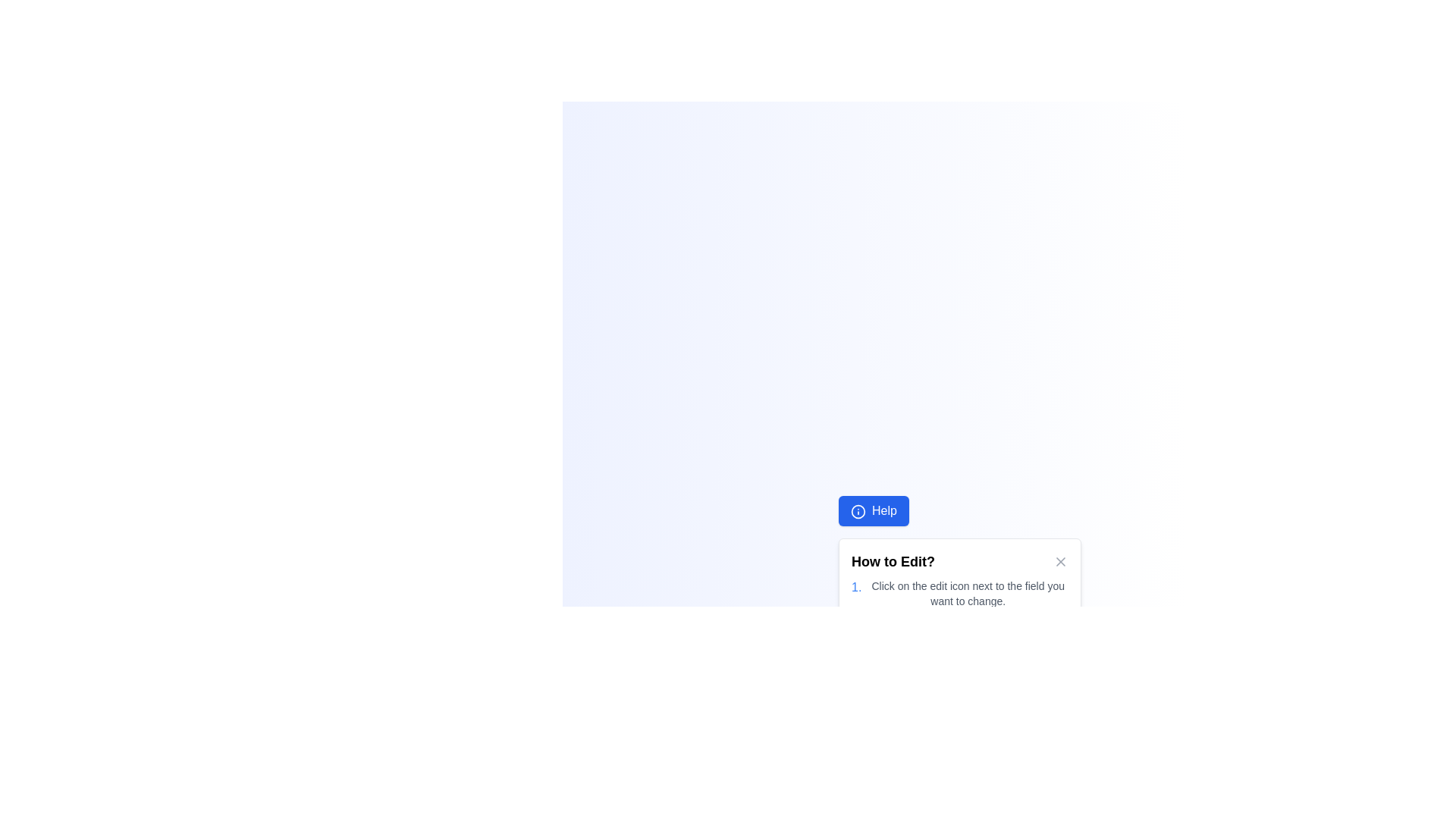 The height and width of the screenshot is (819, 1456). What do you see at coordinates (1060, 561) in the screenshot?
I see `the gray 'X' icon button located in the upper-right corner next to the text 'How to Edit?'` at bounding box center [1060, 561].